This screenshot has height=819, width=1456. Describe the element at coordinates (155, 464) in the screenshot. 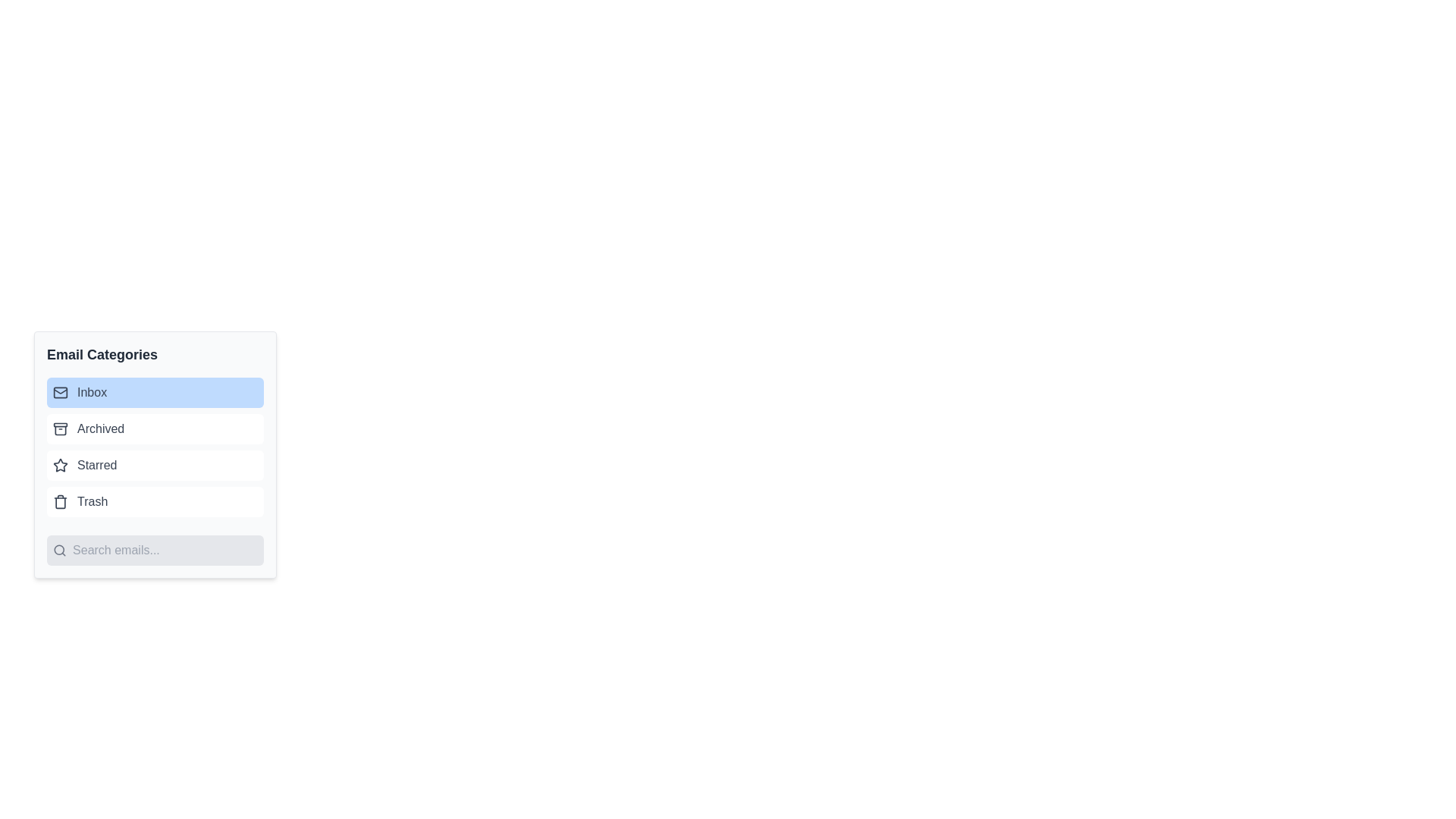

I see `the button corresponding to the category Starred` at that location.